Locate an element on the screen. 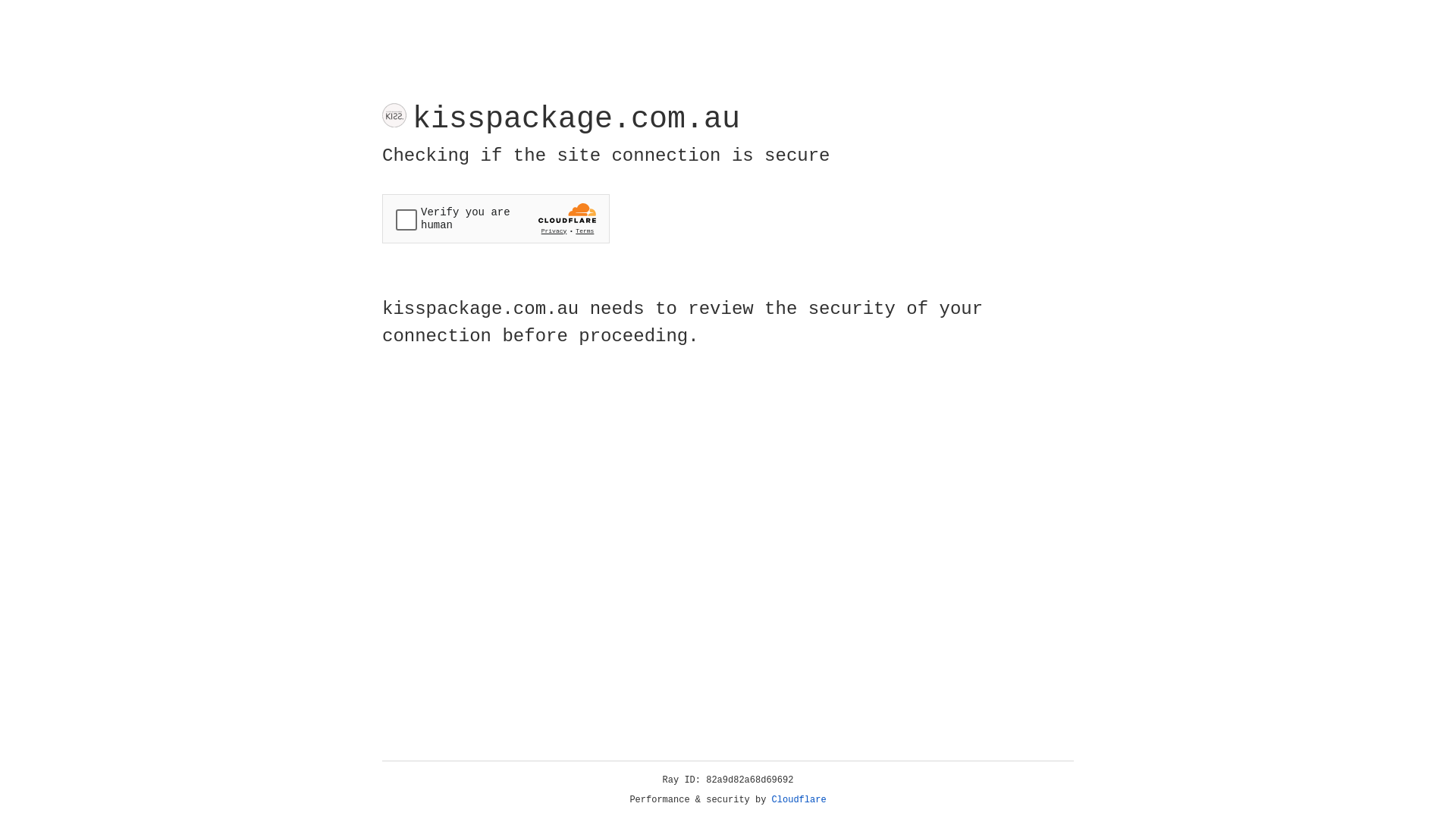  'Cloudflare' is located at coordinates (799, 799).